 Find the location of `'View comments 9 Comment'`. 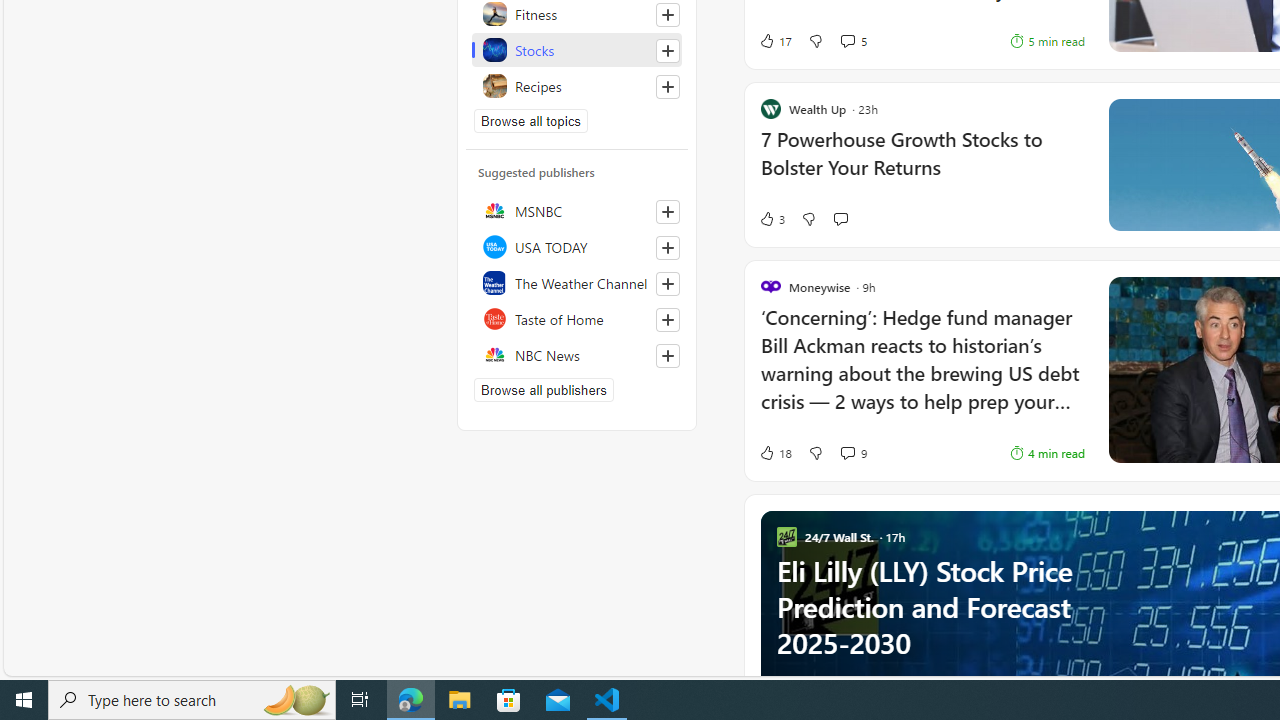

'View comments 9 Comment' is located at coordinates (853, 452).